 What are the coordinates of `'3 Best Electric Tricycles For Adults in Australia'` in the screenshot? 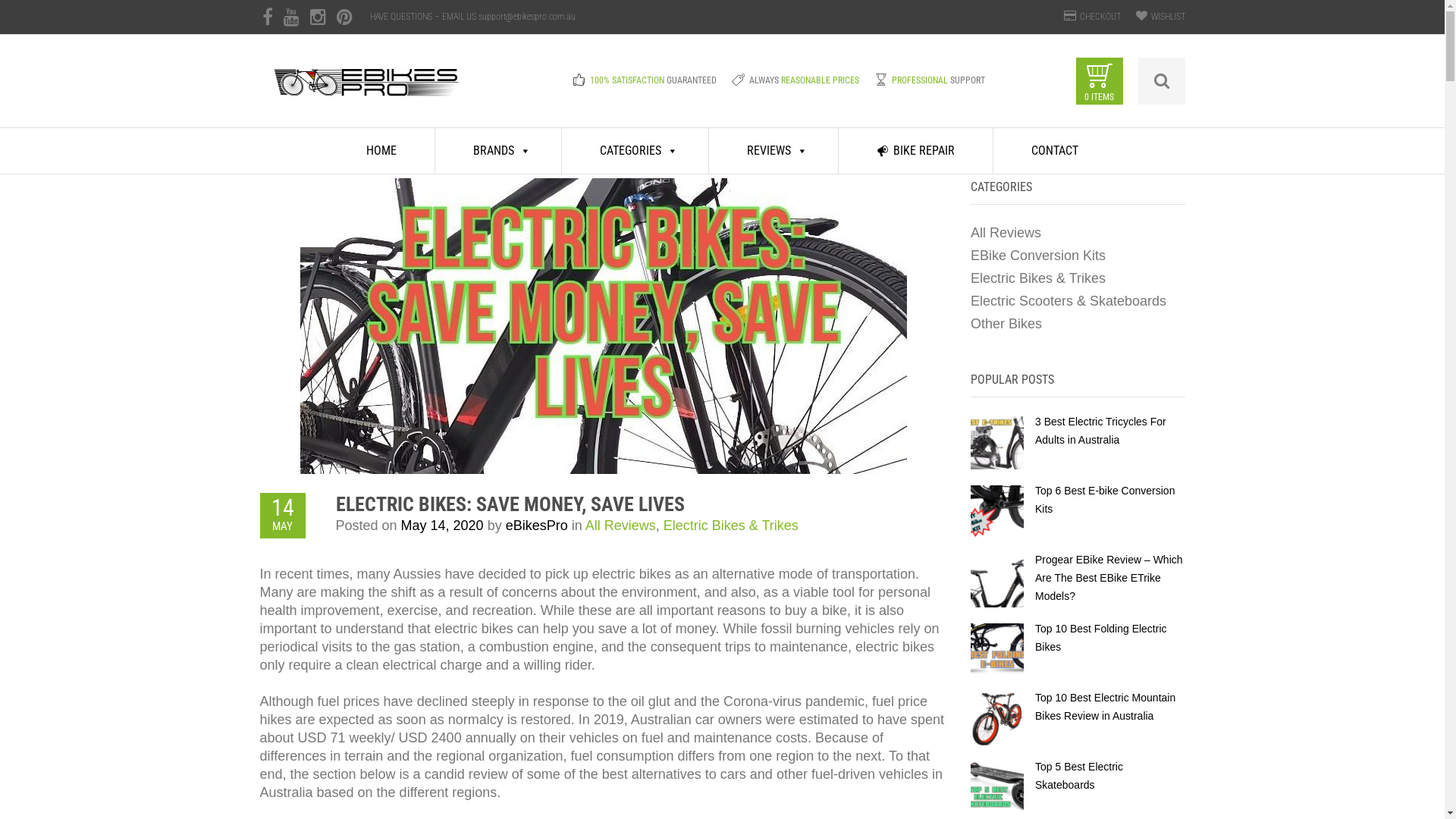 It's located at (1100, 430).